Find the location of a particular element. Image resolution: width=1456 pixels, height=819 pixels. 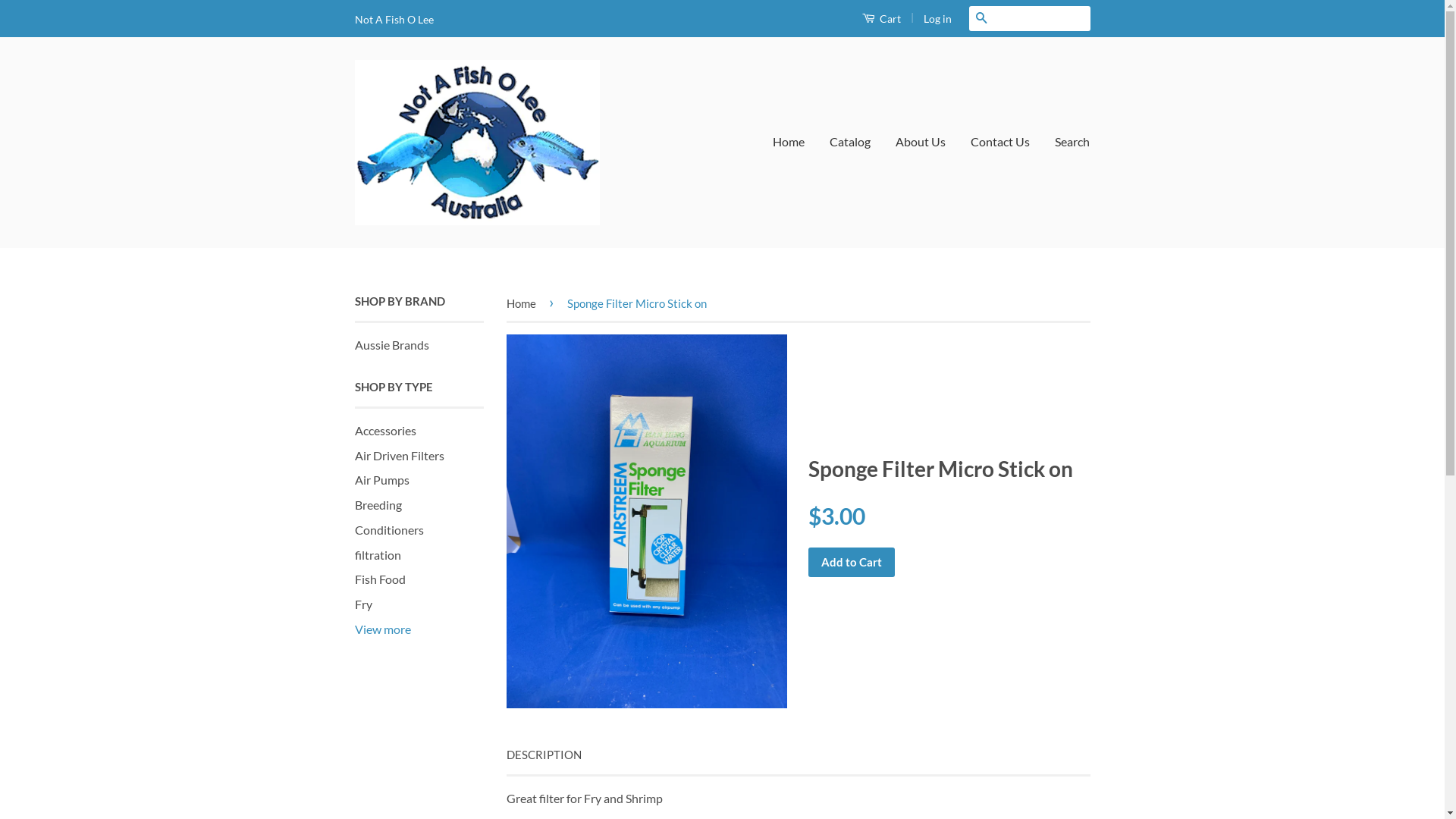

'Search' is located at coordinates (968, 18).